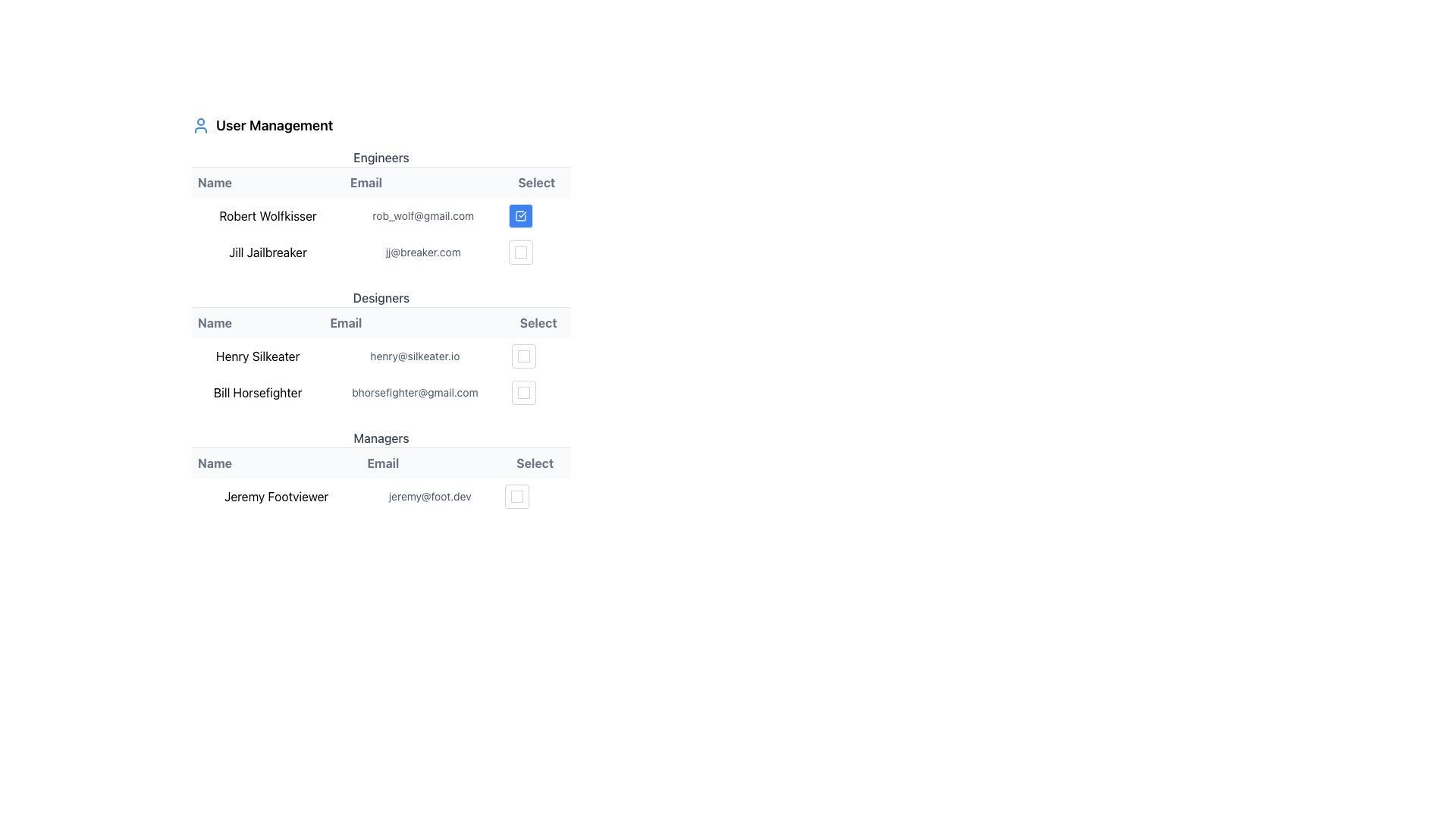 The height and width of the screenshot is (819, 1456). What do you see at coordinates (520, 216) in the screenshot?
I see `the blue button with a white icon located` at bounding box center [520, 216].